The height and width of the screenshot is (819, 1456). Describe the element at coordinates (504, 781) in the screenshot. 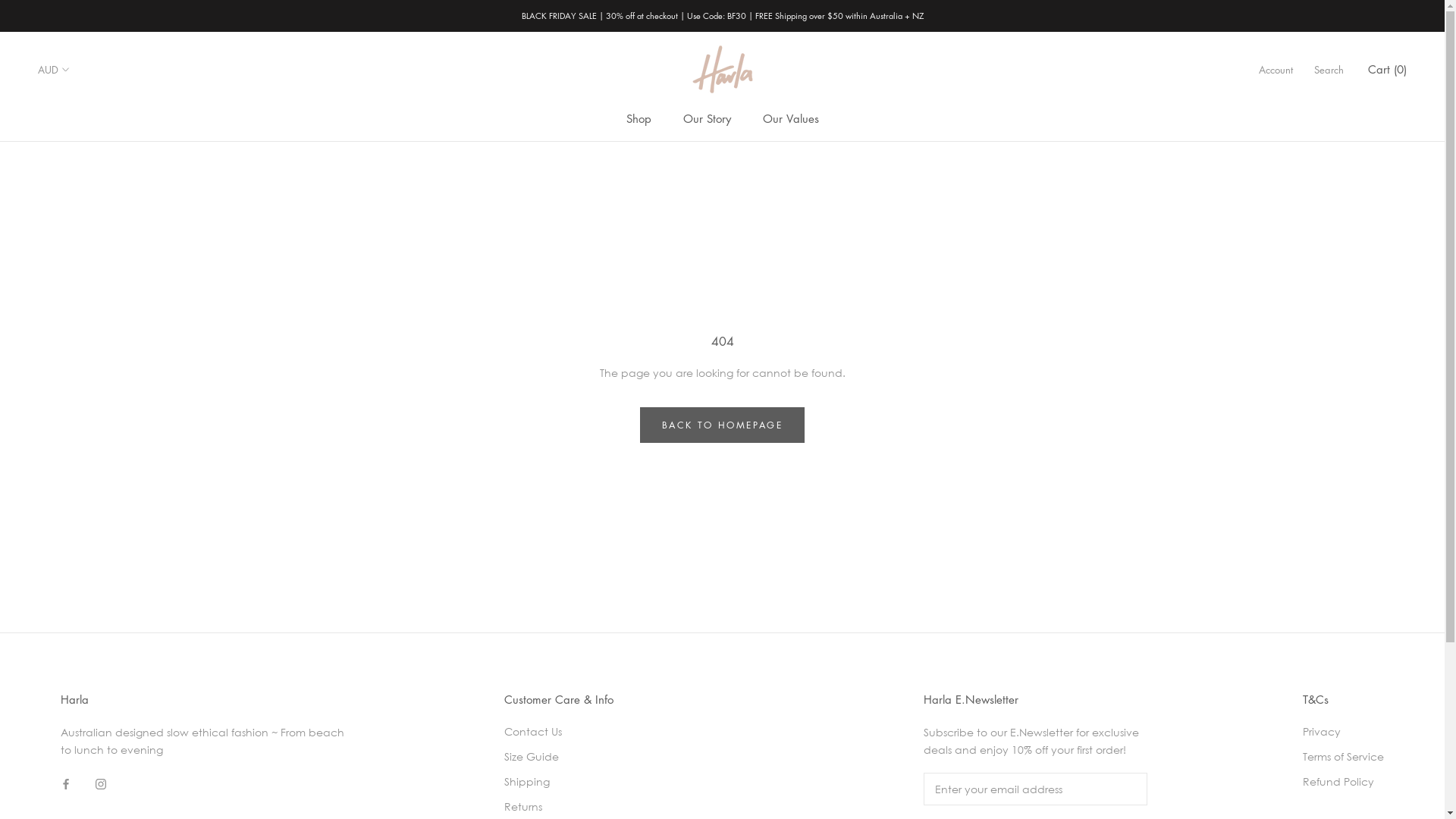

I see `'Shipping'` at that location.